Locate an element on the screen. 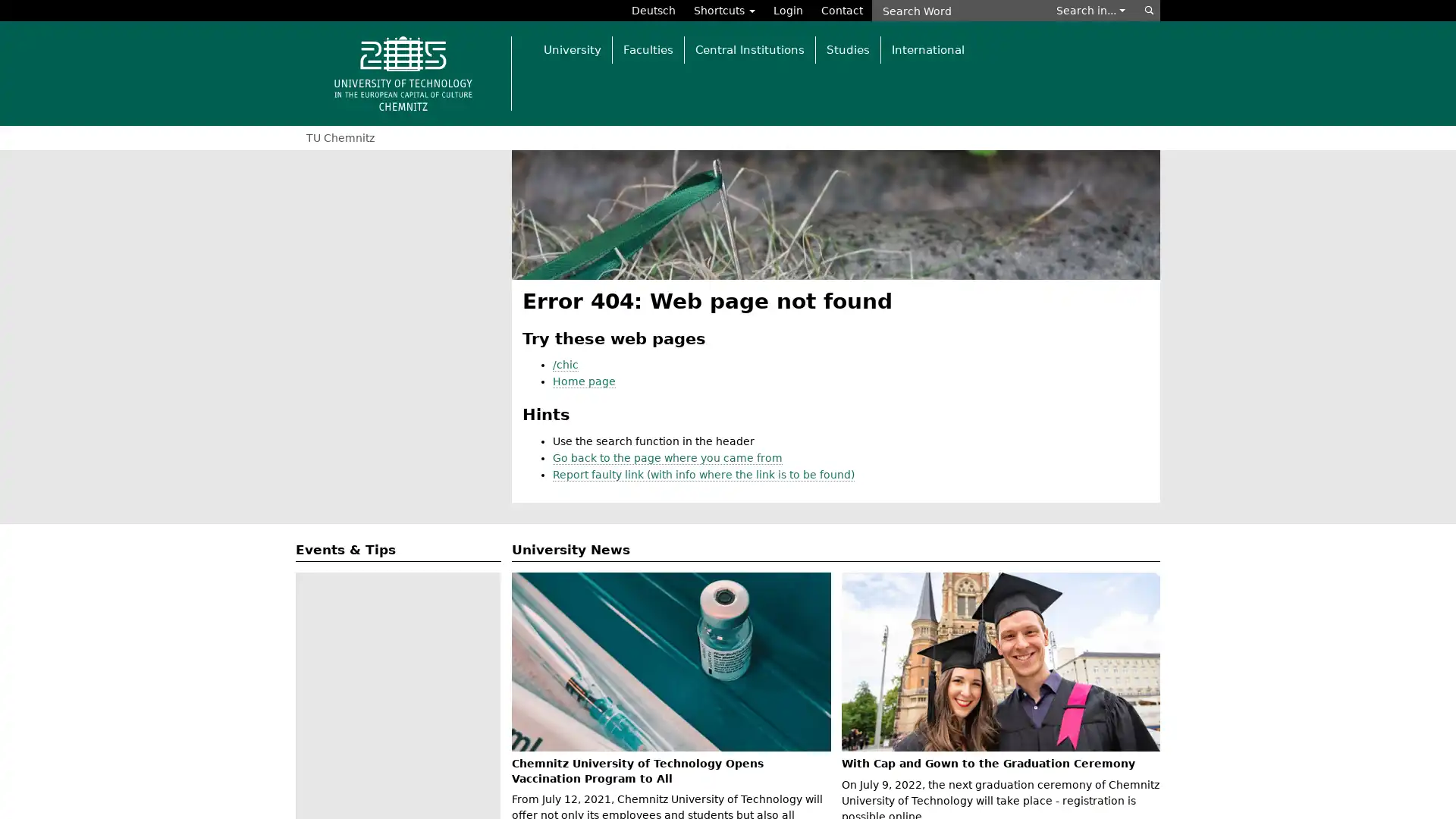 Image resolution: width=1456 pixels, height=819 pixels. International is located at coordinates (927, 49).